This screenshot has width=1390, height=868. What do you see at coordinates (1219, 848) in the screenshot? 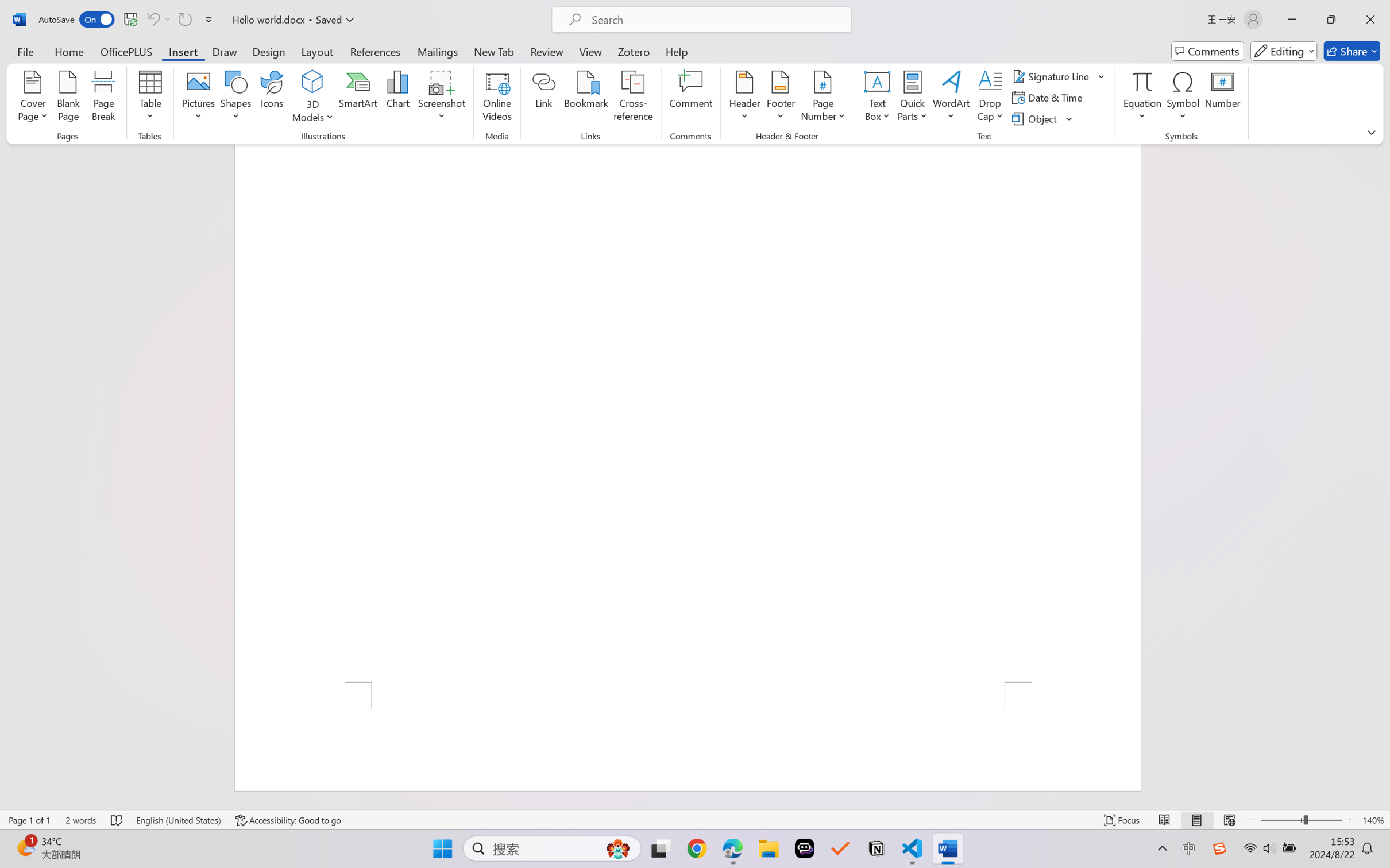
I see `'Class: Image'` at bounding box center [1219, 848].